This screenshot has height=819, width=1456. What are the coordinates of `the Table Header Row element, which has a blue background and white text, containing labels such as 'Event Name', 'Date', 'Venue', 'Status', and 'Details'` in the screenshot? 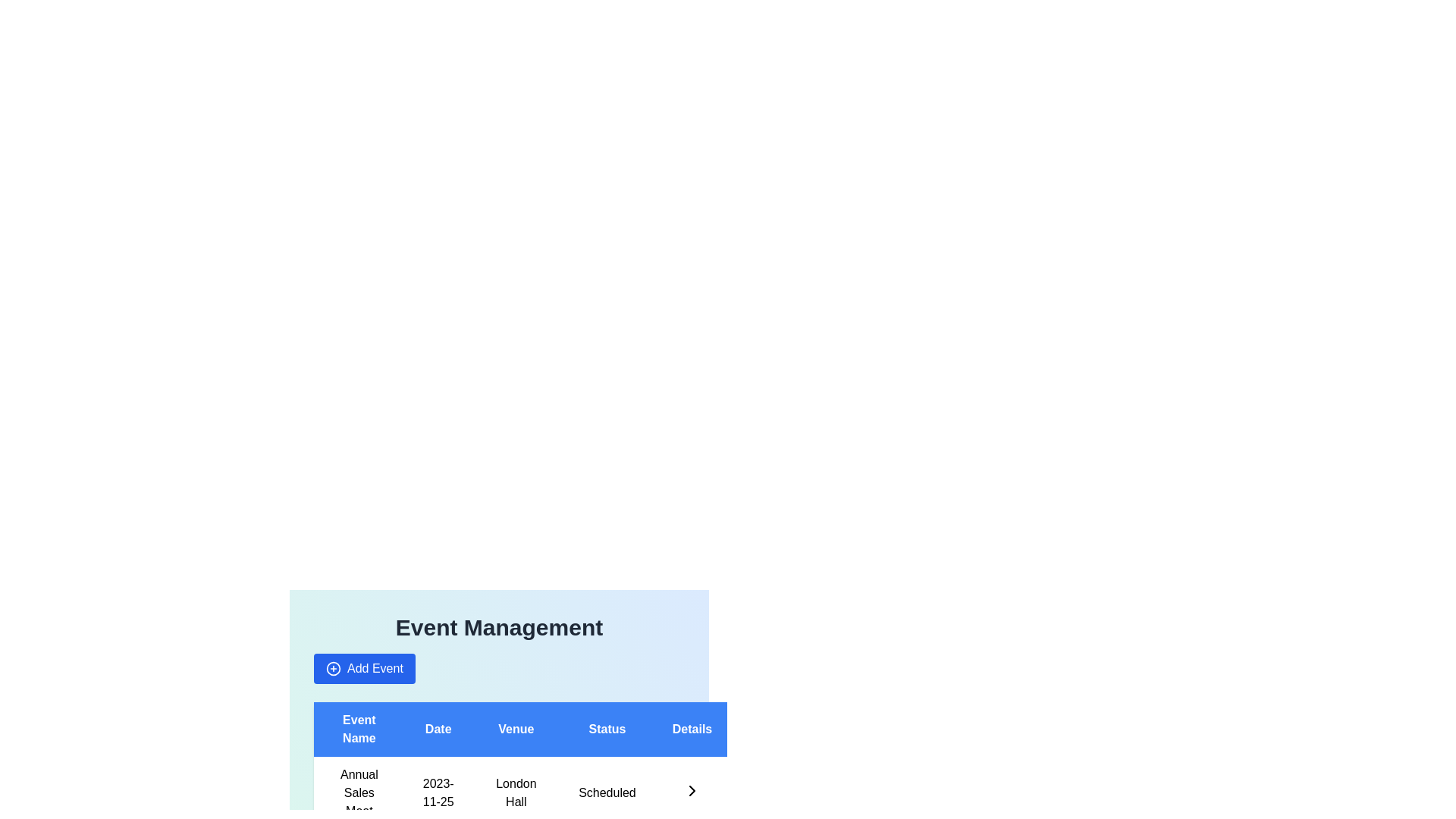 It's located at (522, 728).